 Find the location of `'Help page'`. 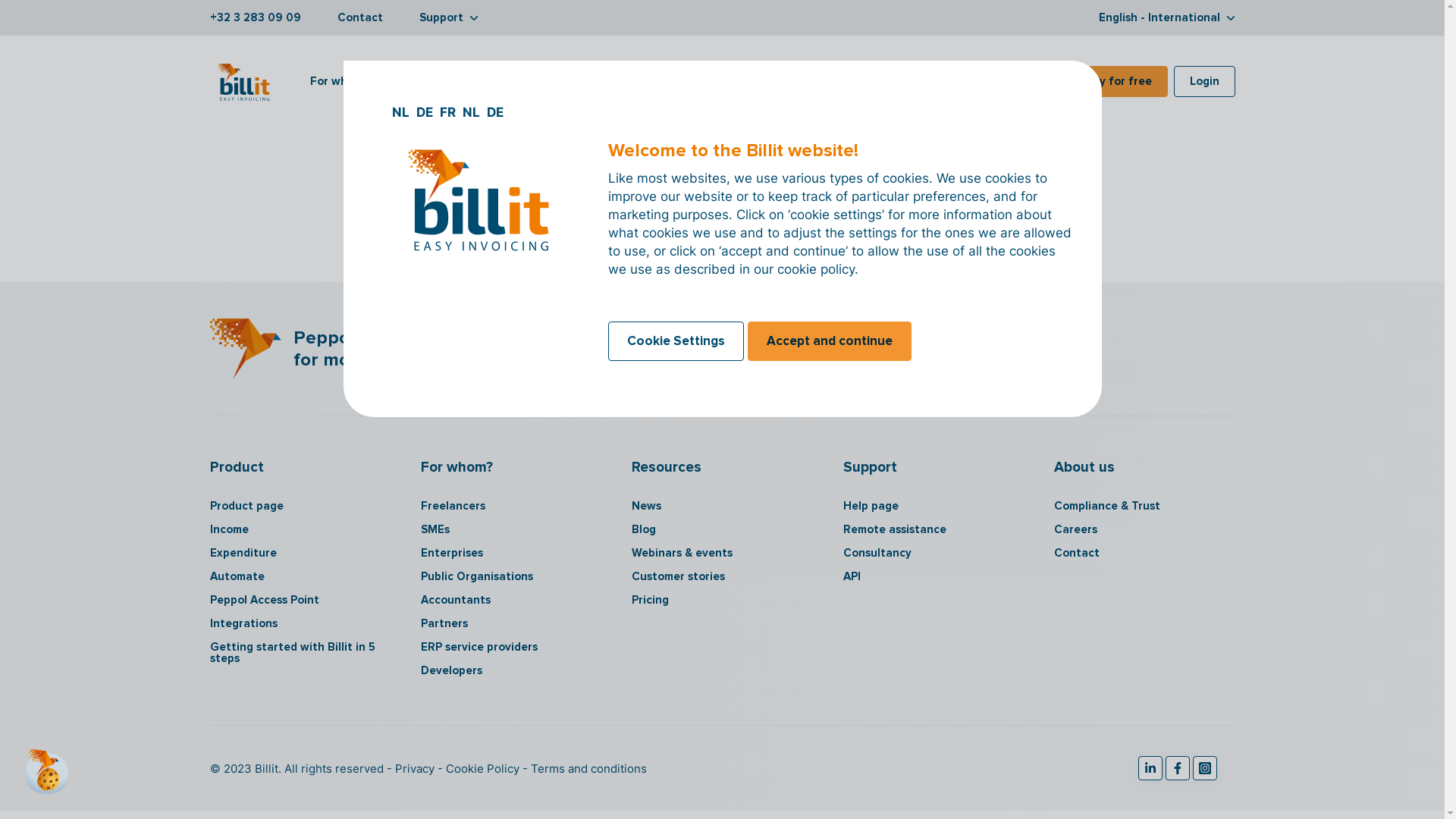

'Help page' is located at coordinates (932, 506).